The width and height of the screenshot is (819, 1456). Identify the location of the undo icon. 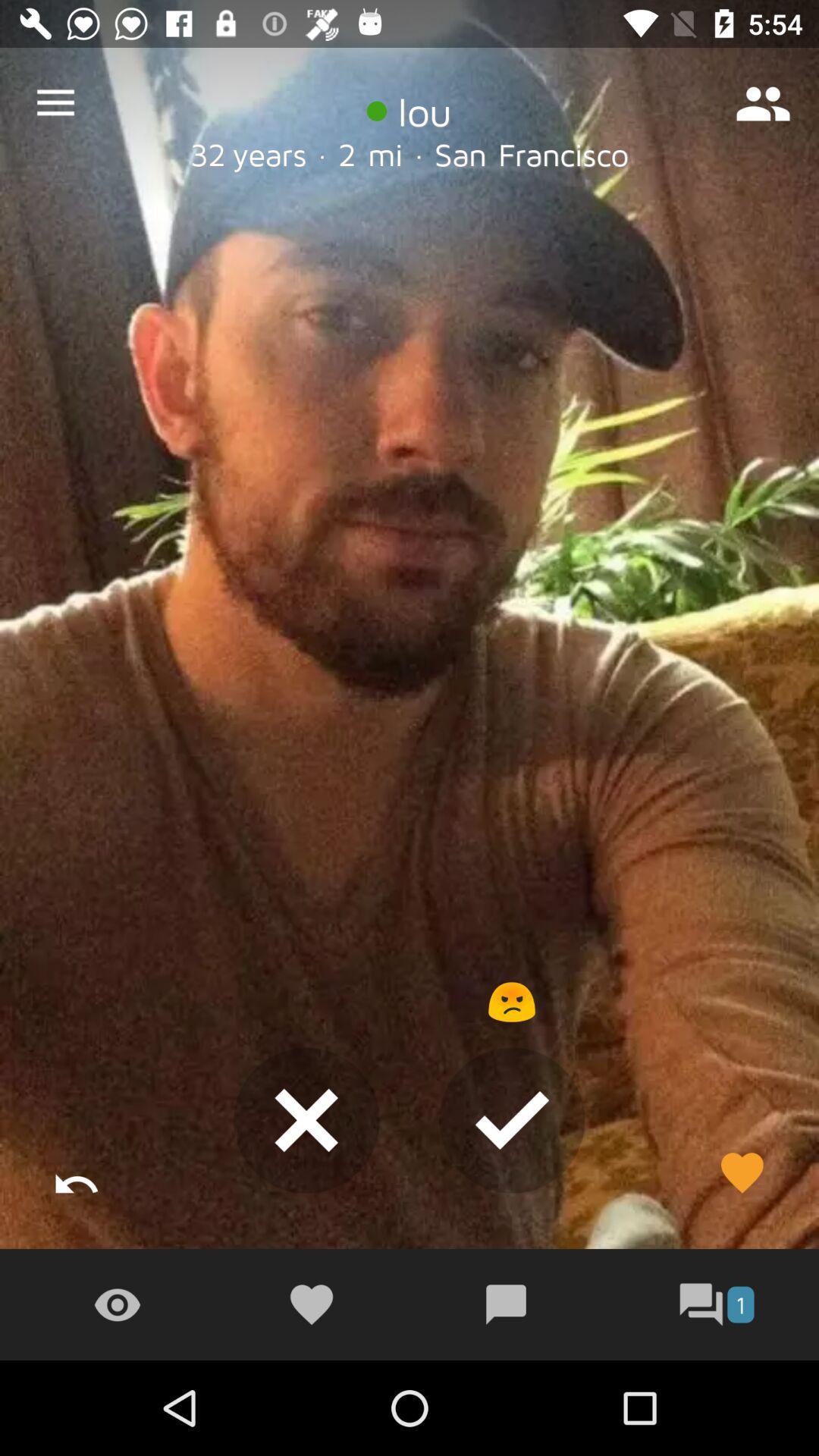
(77, 1172).